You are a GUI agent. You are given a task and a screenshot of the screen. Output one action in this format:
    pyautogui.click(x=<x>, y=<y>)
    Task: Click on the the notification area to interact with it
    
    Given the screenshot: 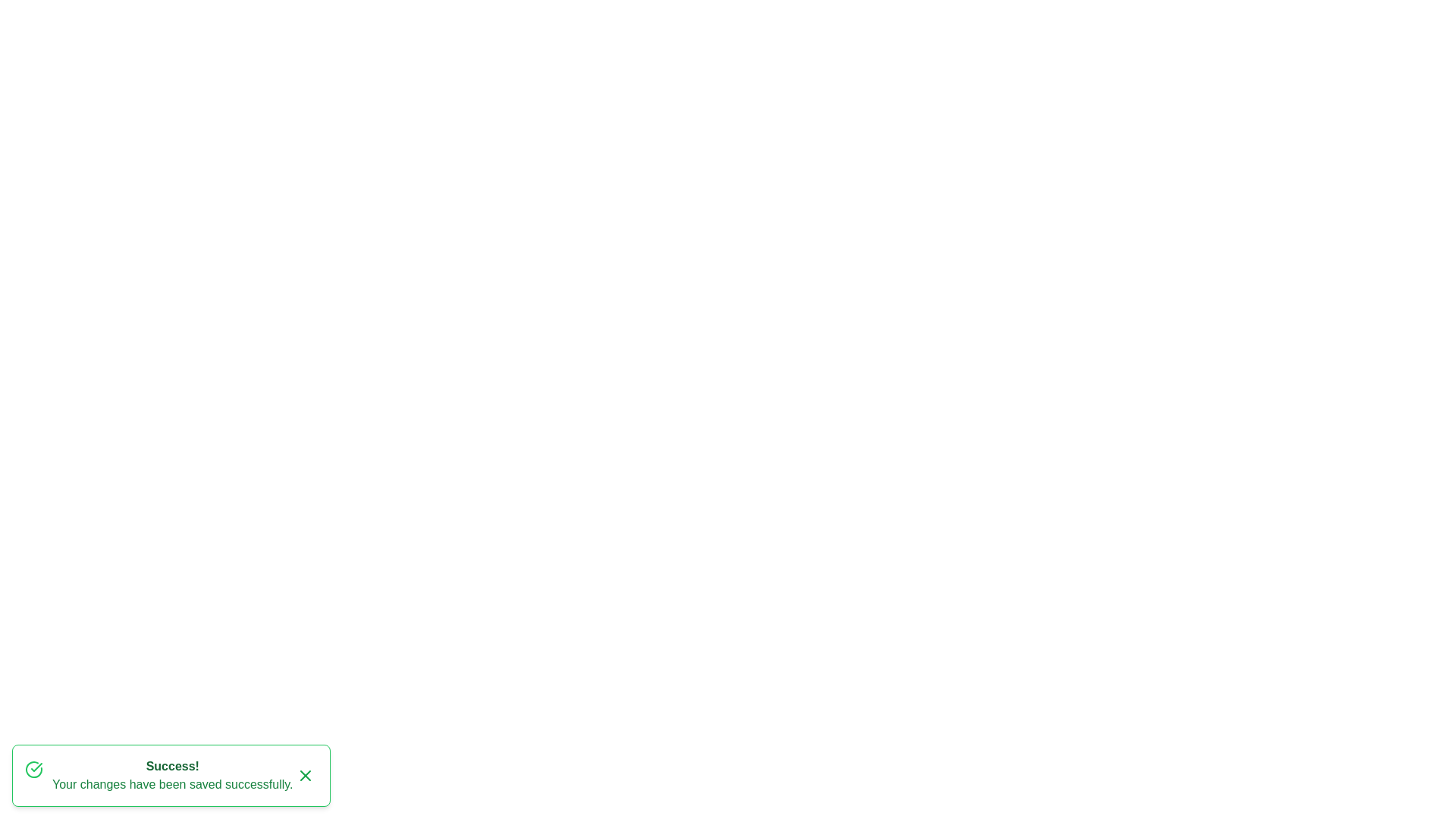 What is the action you would take?
    pyautogui.click(x=171, y=775)
    